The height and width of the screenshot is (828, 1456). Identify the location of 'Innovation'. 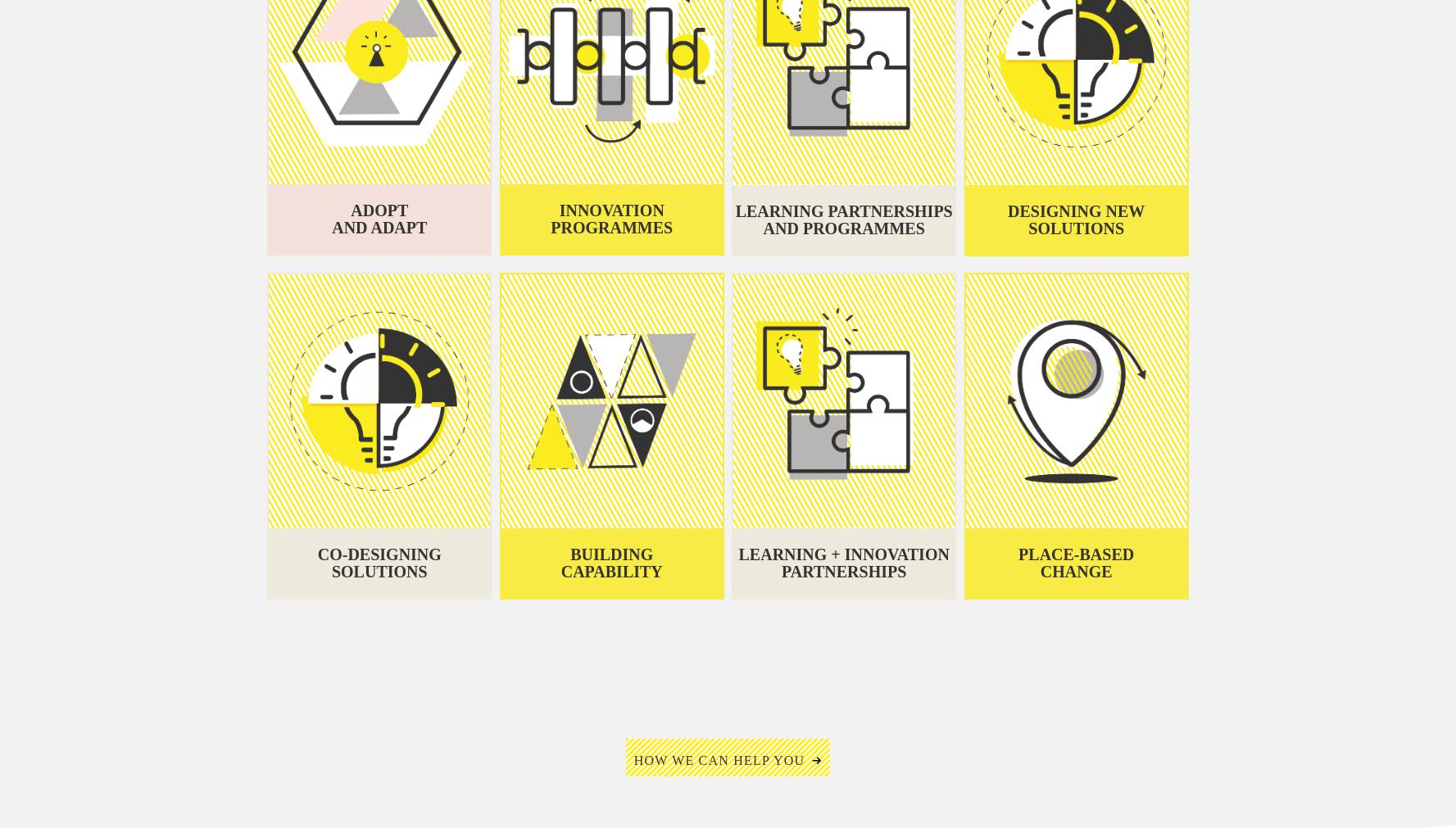
(610, 210).